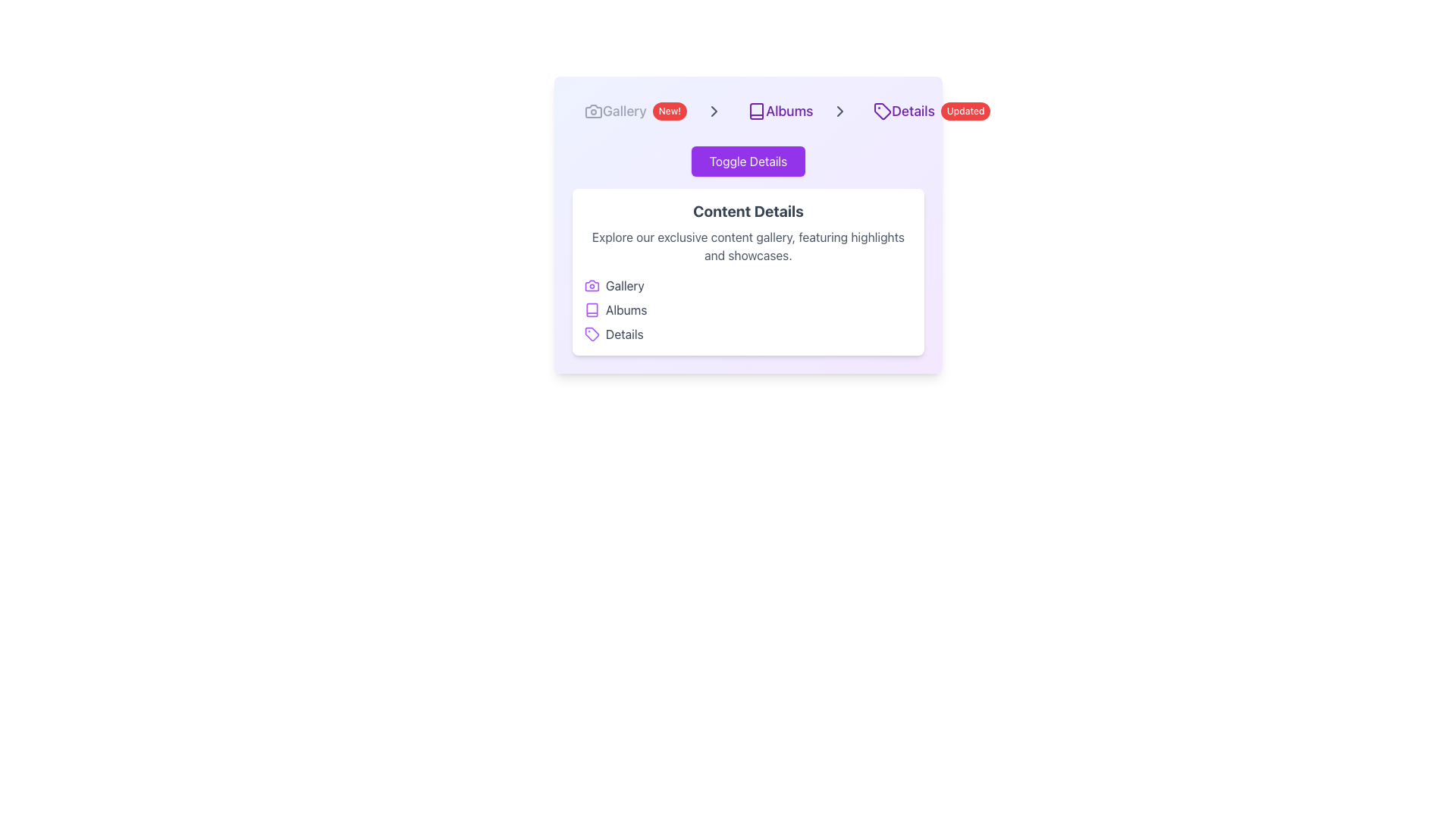 The height and width of the screenshot is (819, 1456). What do you see at coordinates (713, 110) in the screenshot?
I see `the right-pointing chevron icon in the breadcrumb navigation between 'Albums' and 'Details'` at bounding box center [713, 110].